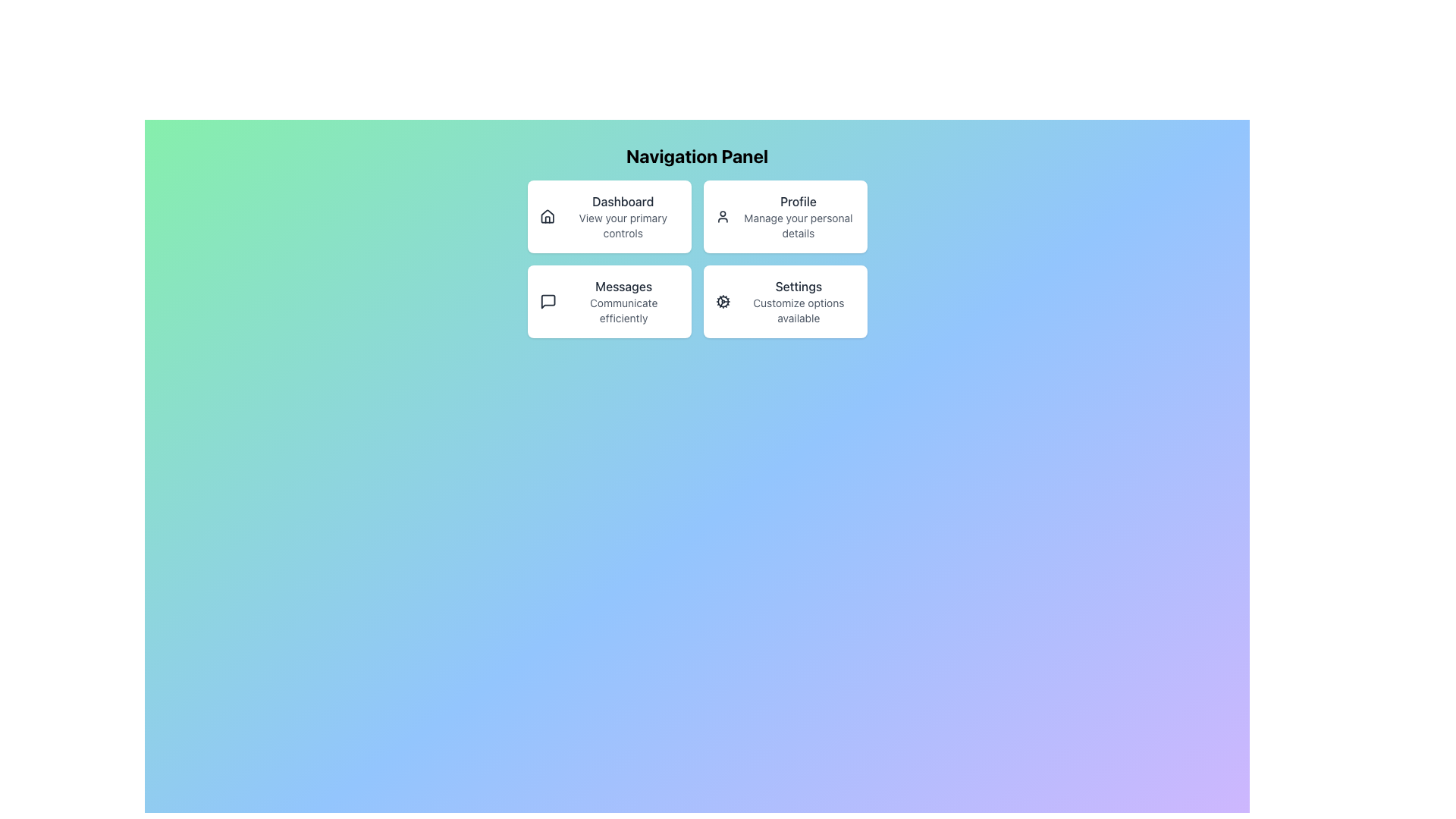  Describe the element at coordinates (623, 301) in the screenshot. I see `the text block titled 'Messages' with the subtitle 'Communicate efficiently', located in the first column of the second row in the navigation area` at that location.